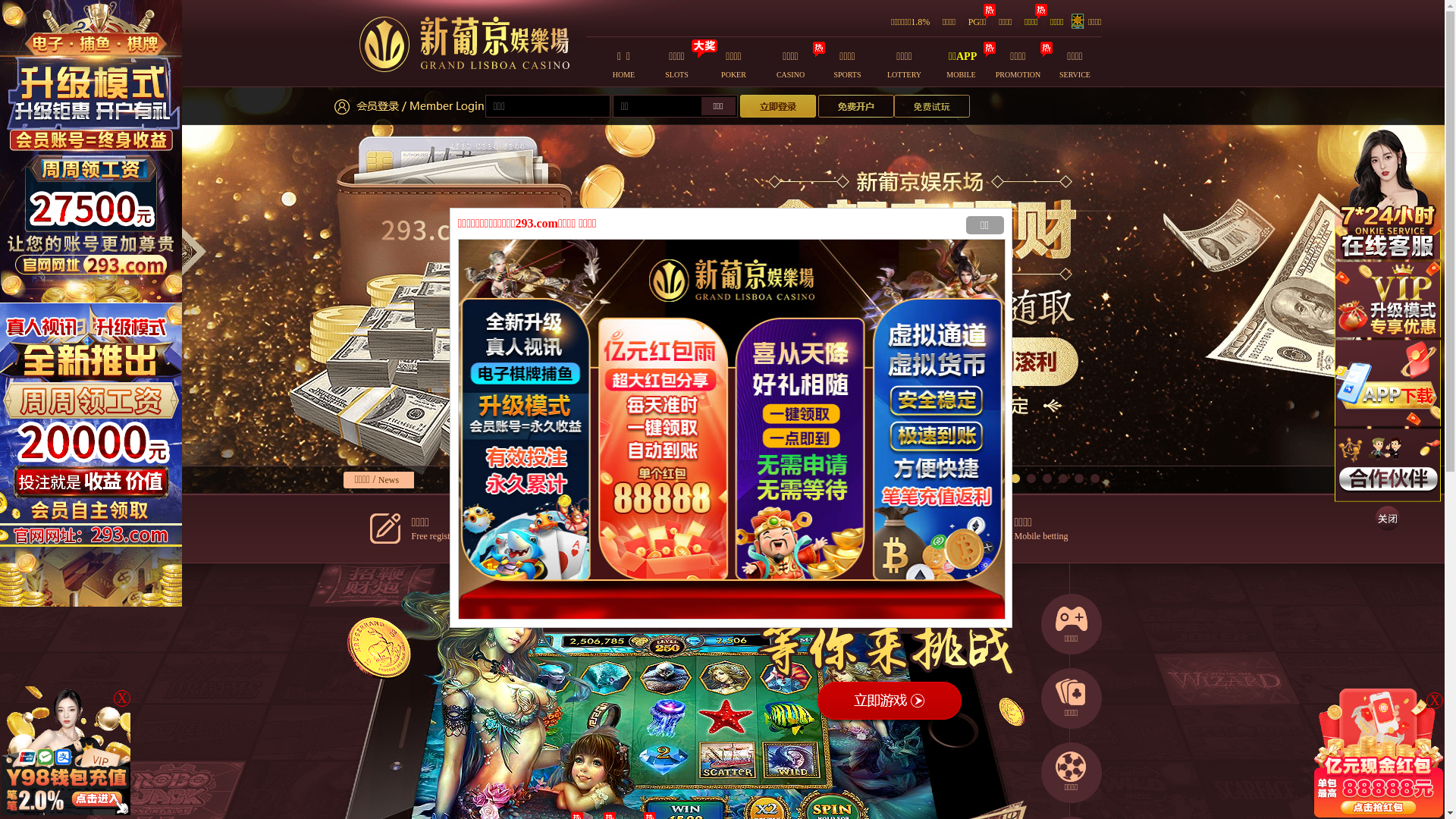 The width and height of the screenshot is (1456, 819). What do you see at coordinates (1433, 701) in the screenshot?
I see `'X'` at bounding box center [1433, 701].